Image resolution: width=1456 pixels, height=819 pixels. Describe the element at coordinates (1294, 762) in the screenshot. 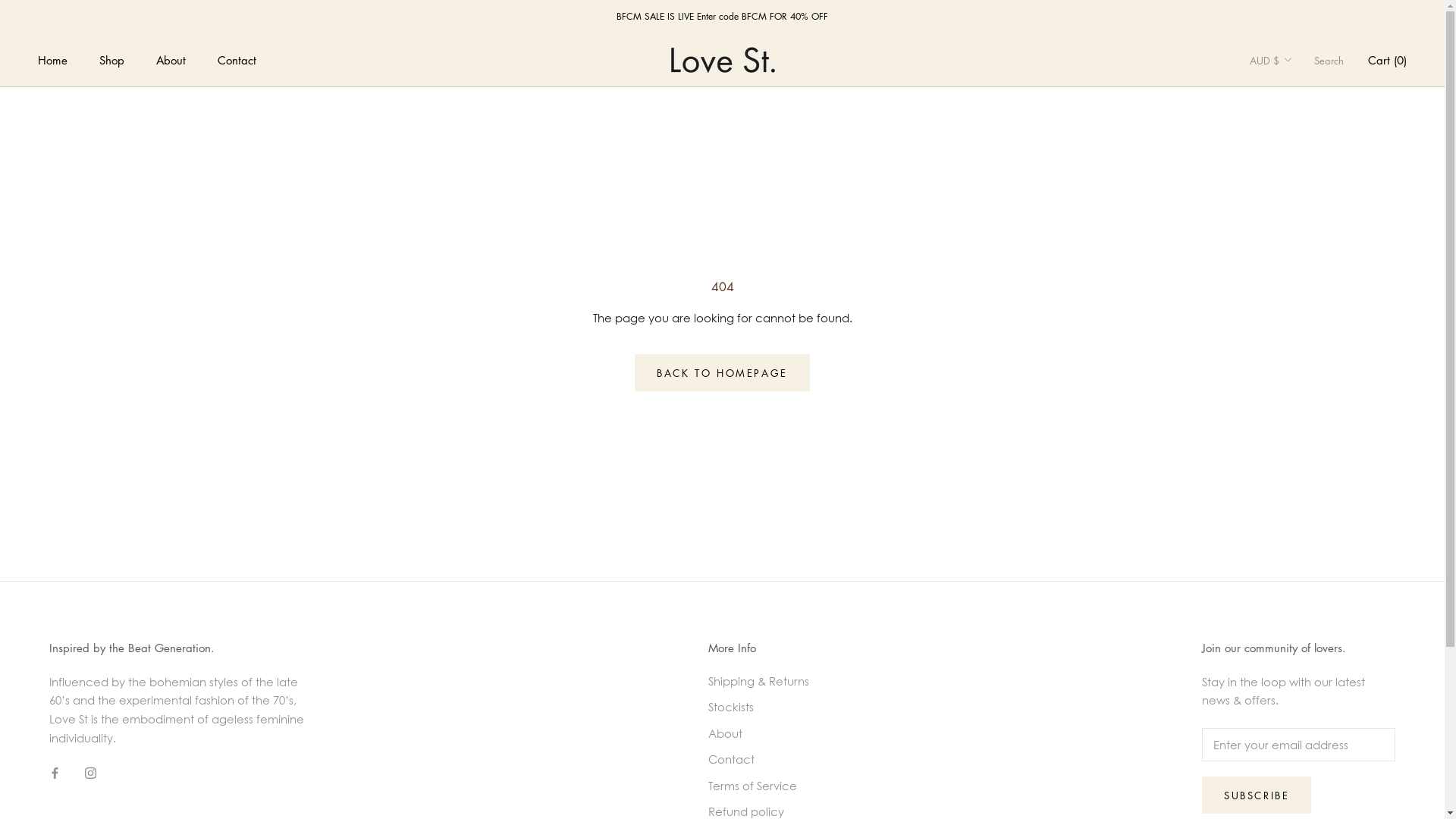

I see `'DZD'` at that location.